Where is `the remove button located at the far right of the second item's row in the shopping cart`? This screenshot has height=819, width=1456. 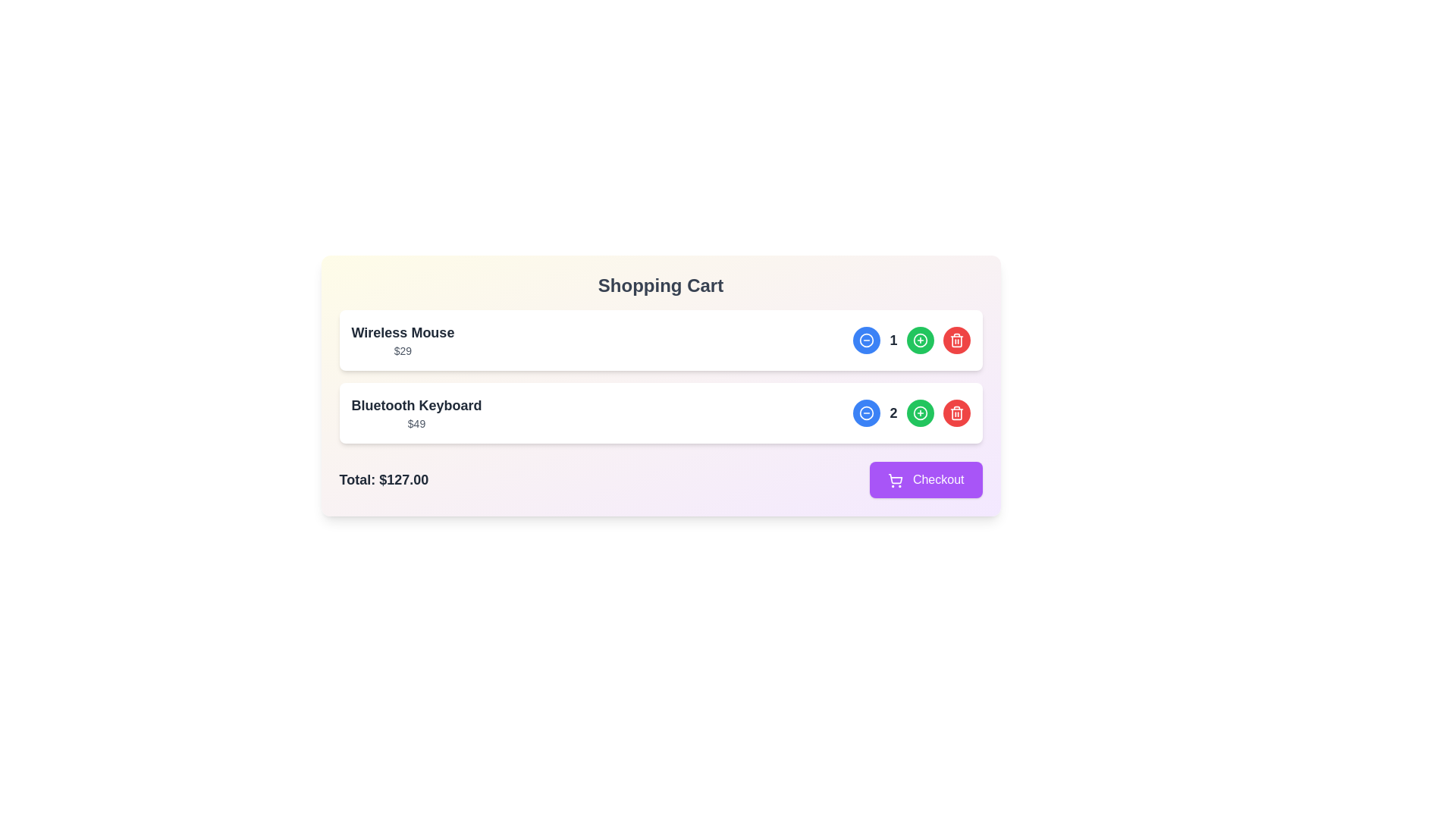
the remove button located at the far right of the second item's row in the shopping cart is located at coordinates (955, 413).